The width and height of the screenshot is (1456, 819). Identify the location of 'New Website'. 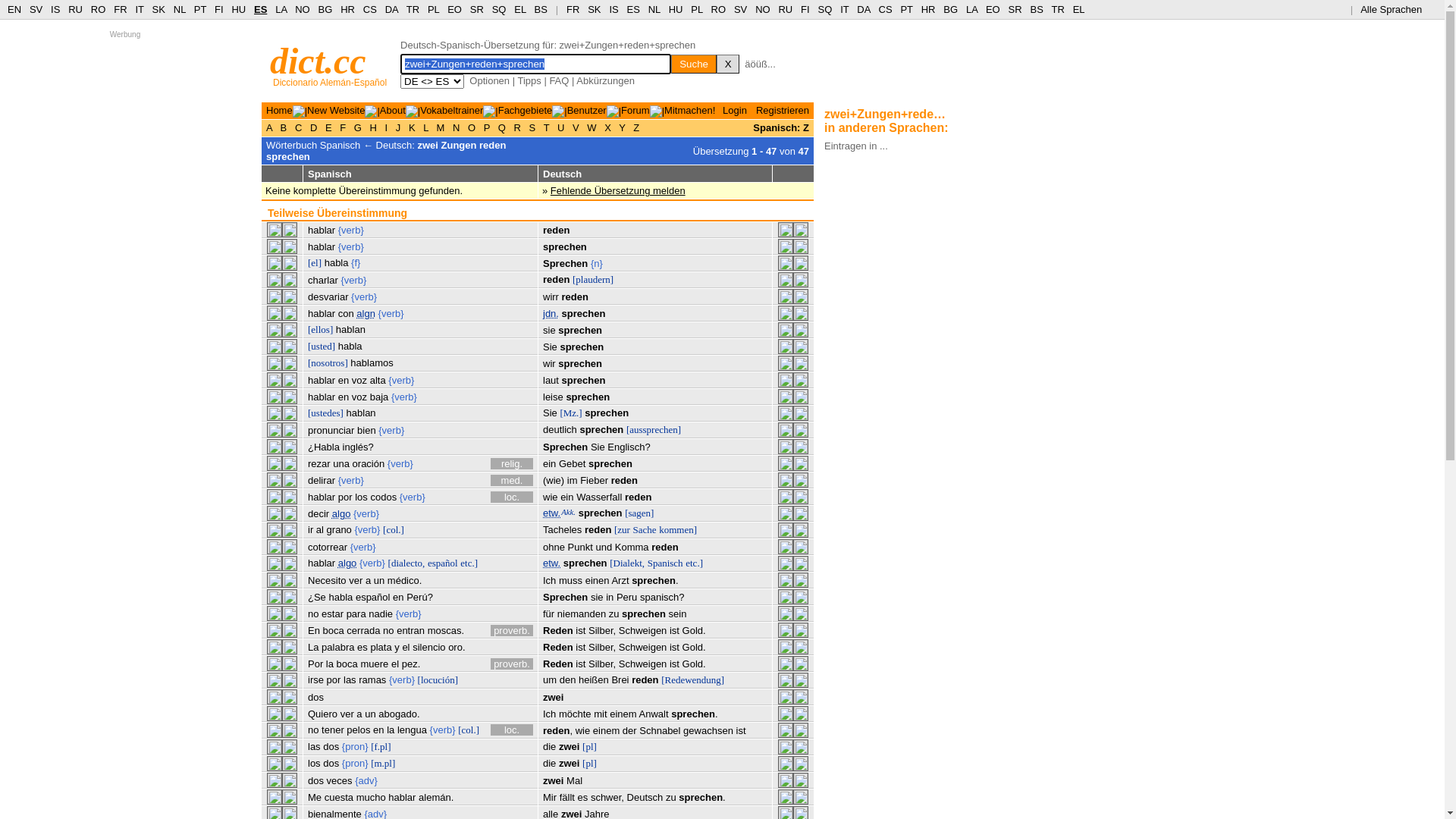
(334, 109).